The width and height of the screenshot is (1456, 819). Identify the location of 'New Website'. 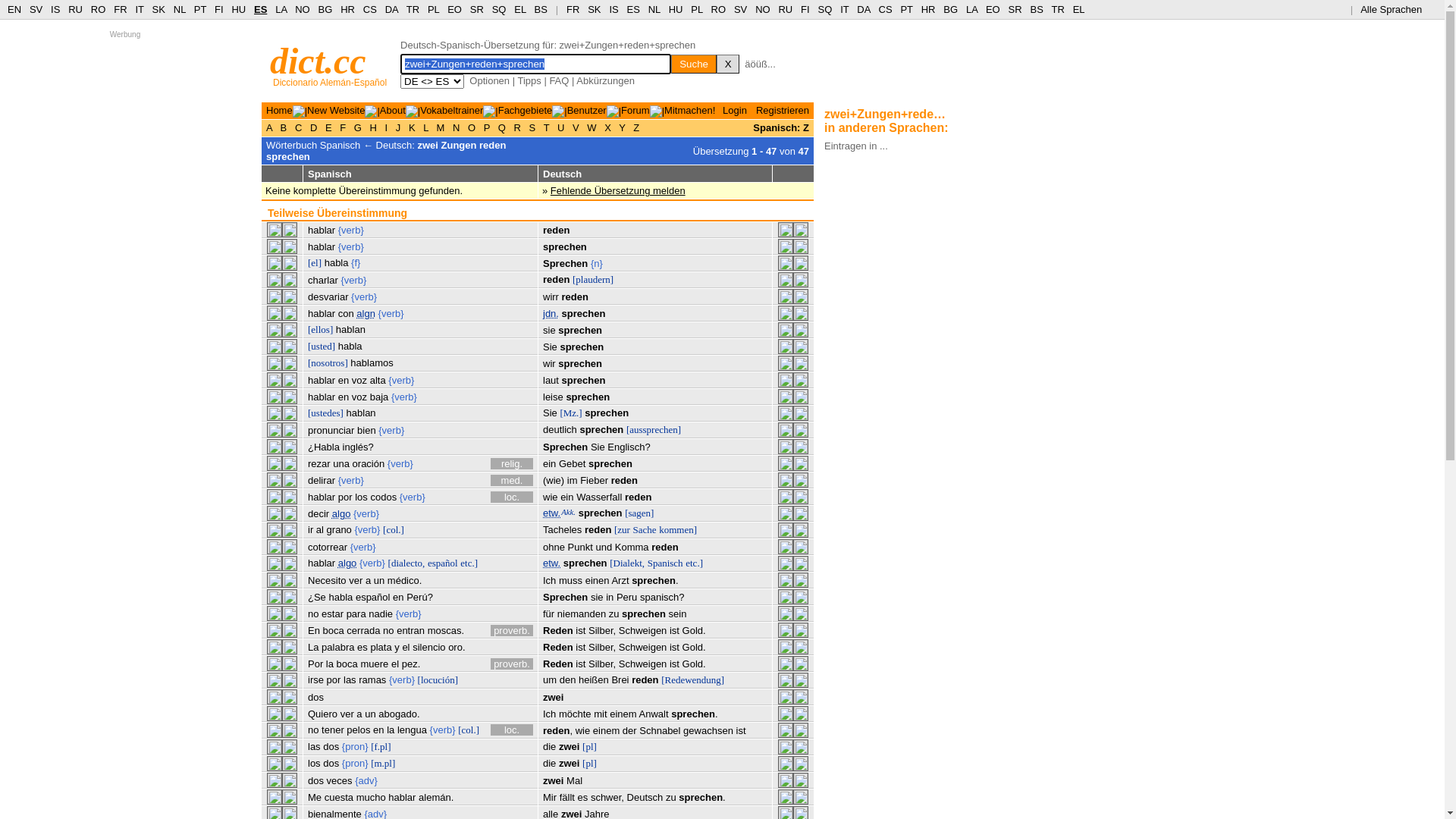
(334, 109).